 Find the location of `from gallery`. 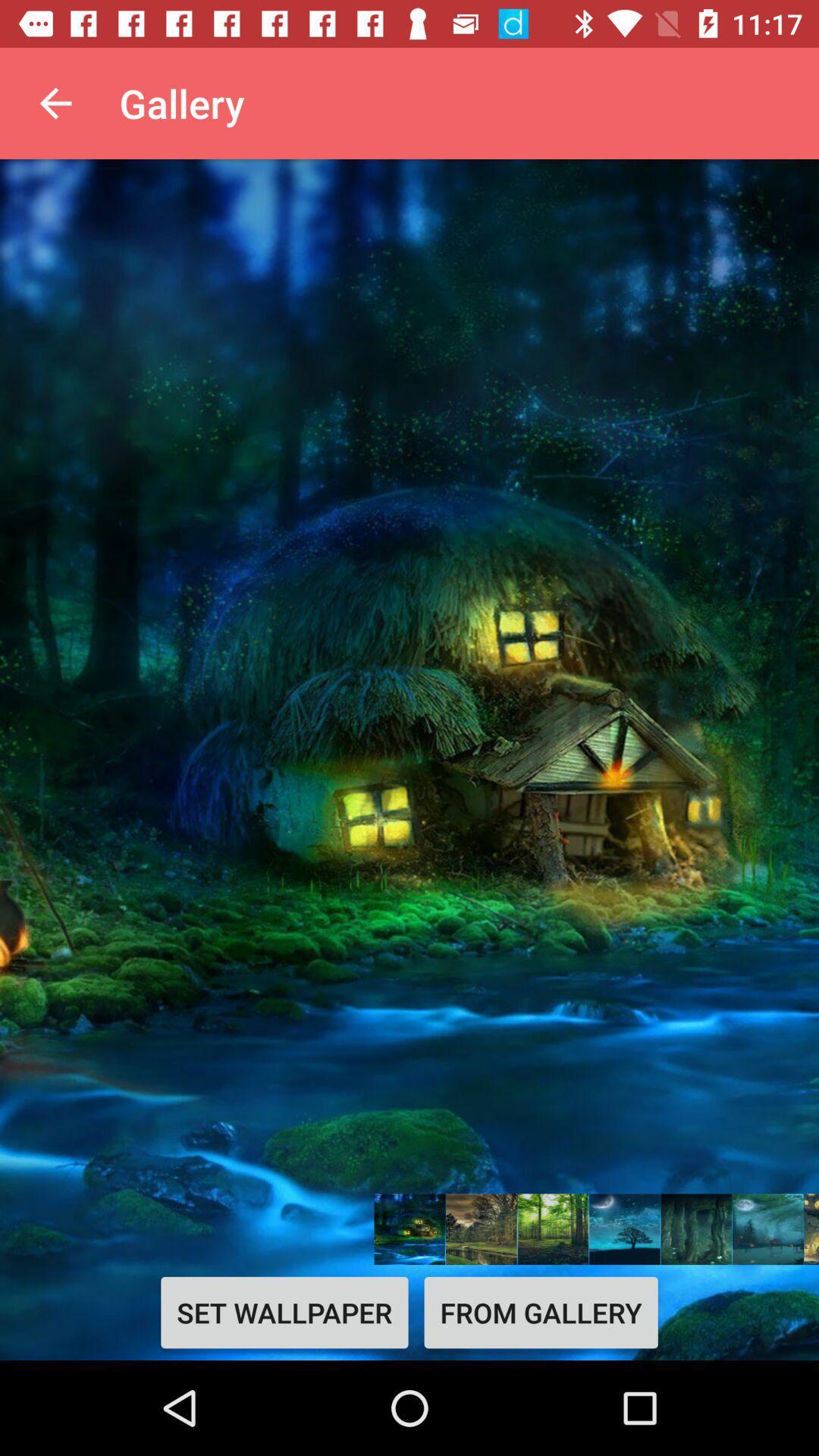

from gallery is located at coordinates (540, 1312).